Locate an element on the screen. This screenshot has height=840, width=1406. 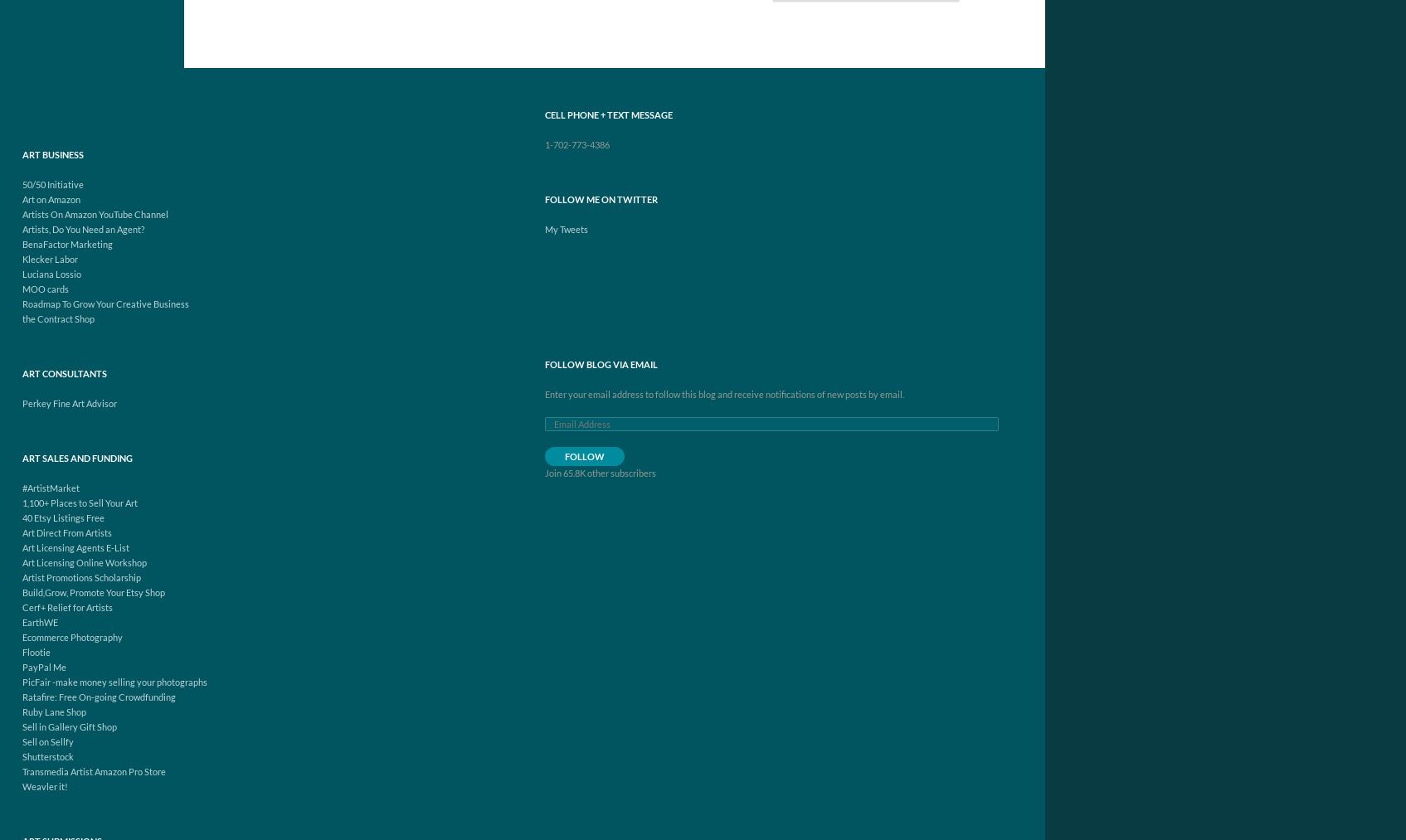
'1-702-773-4386' is located at coordinates (577, 144).